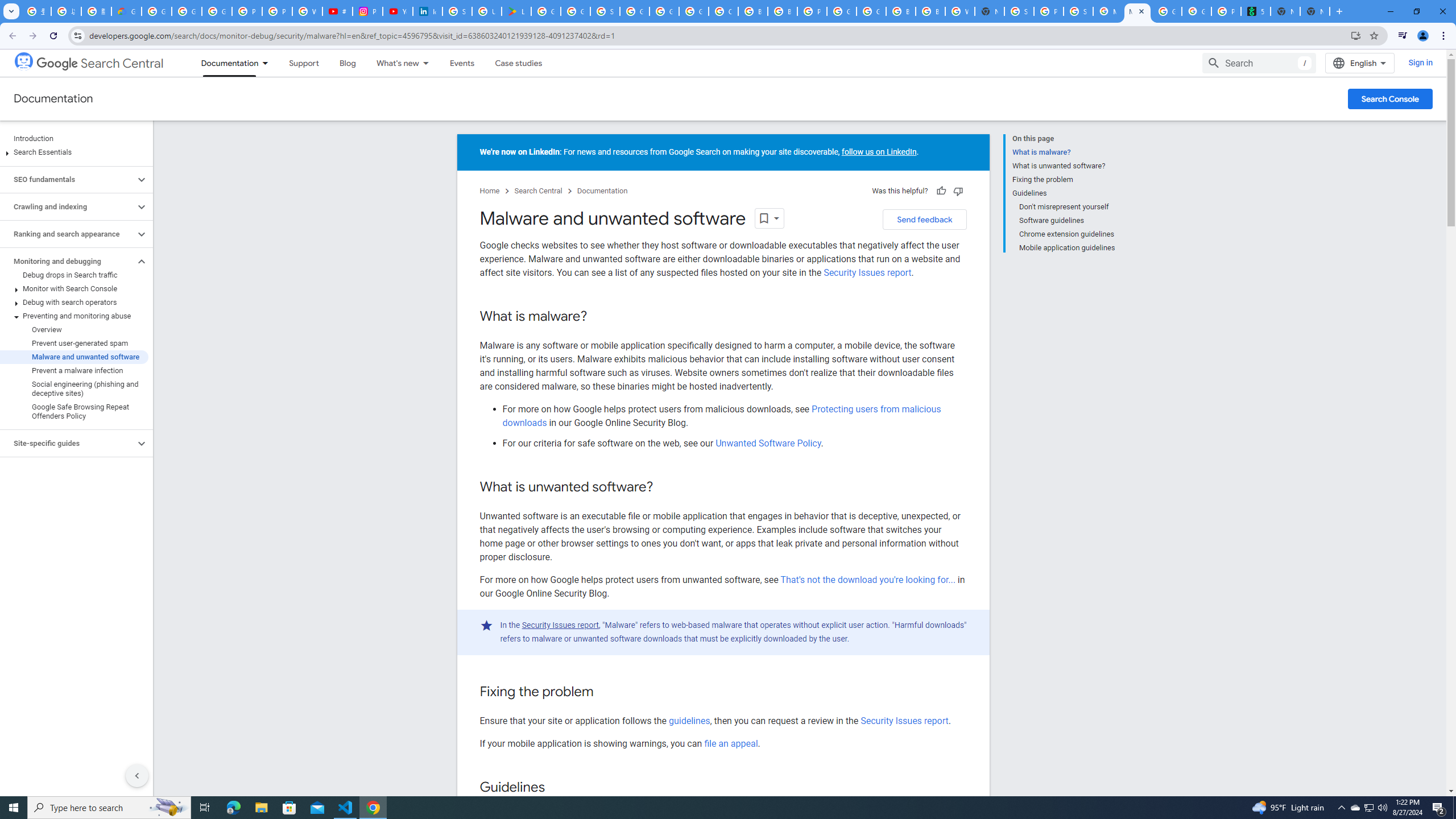  What do you see at coordinates (1066, 220) in the screenshot?
I see `'Software guidelines'` at bounding box center [1066, 220].